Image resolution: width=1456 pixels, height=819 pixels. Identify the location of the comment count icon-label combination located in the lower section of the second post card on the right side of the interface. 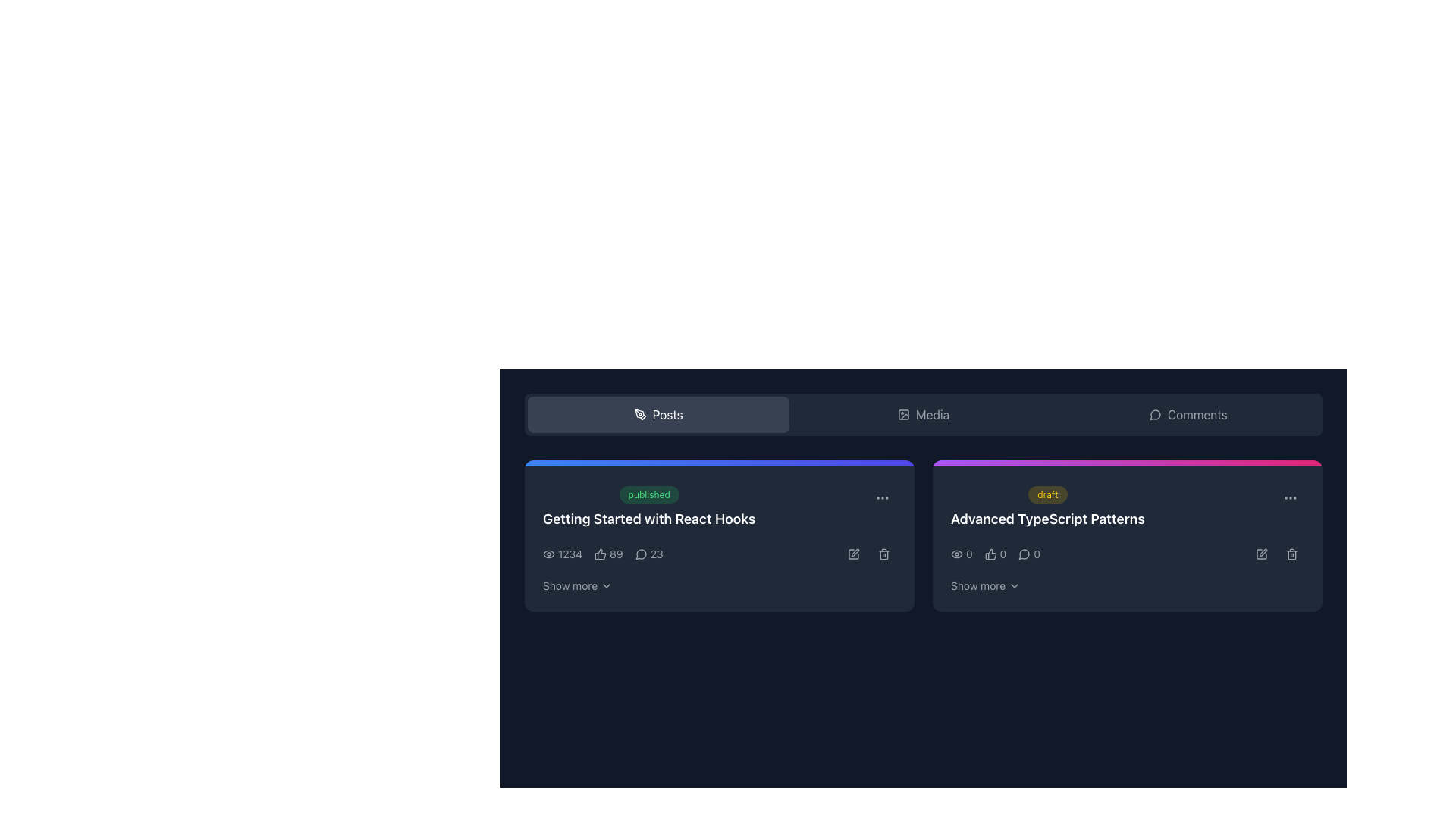
(1029, 554).